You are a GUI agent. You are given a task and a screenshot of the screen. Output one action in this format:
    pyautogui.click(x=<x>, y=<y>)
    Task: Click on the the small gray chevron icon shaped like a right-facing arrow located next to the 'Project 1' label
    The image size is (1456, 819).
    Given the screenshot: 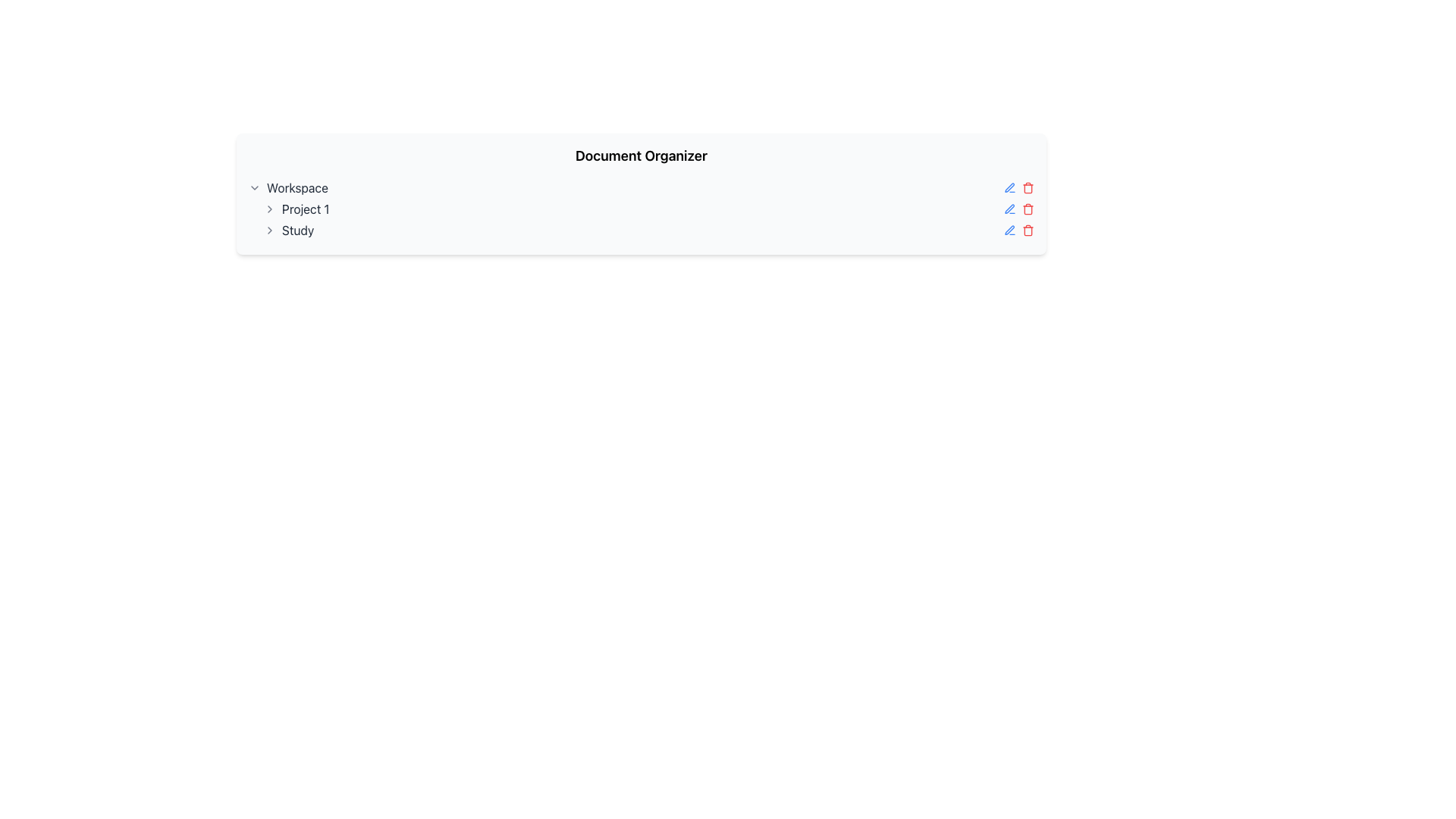 What is the action you would take?
    pyautogui.click(x=269, y=209)
    